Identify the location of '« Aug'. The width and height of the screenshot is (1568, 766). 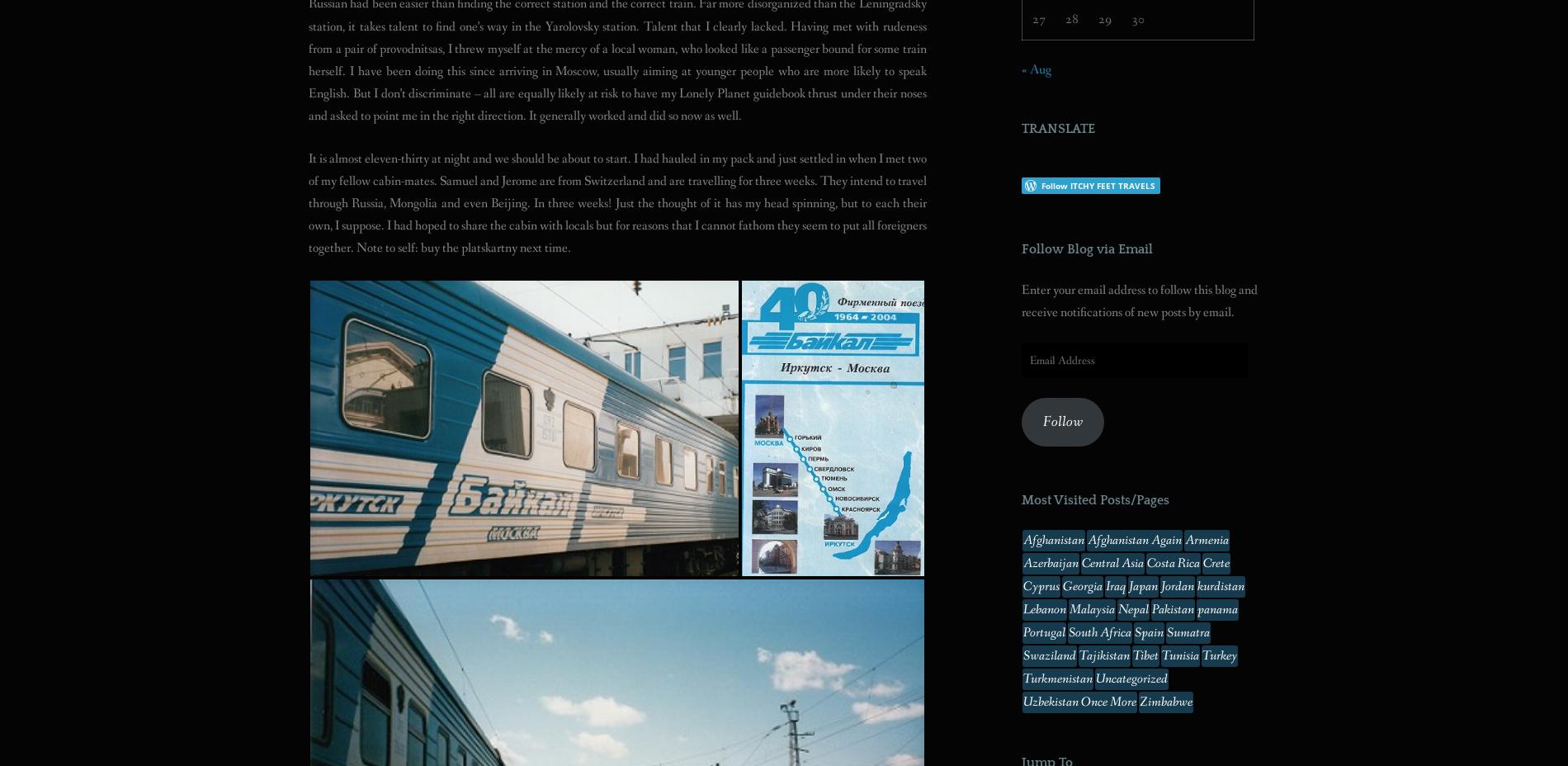
(1036, 68).